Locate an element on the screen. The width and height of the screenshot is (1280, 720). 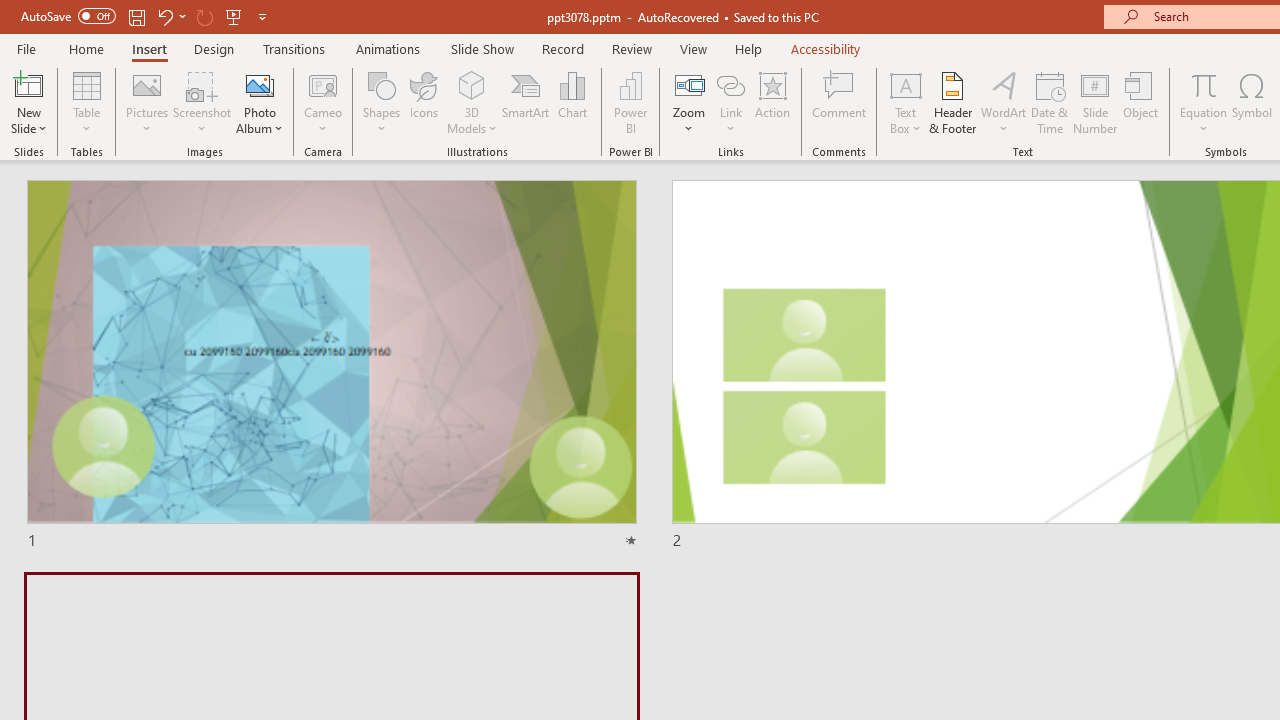
'Link' is located at coordinates (730, 103).